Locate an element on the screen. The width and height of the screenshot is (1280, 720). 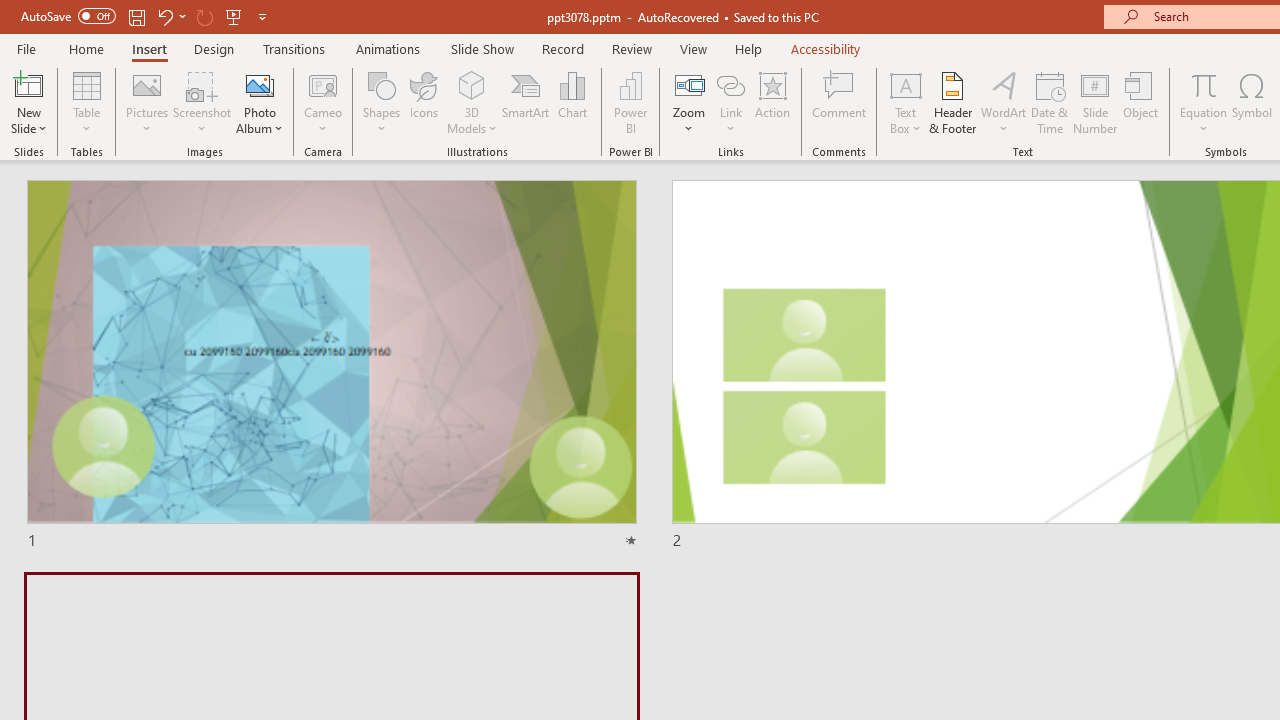
'Link' is located at coordinates (730, 103).